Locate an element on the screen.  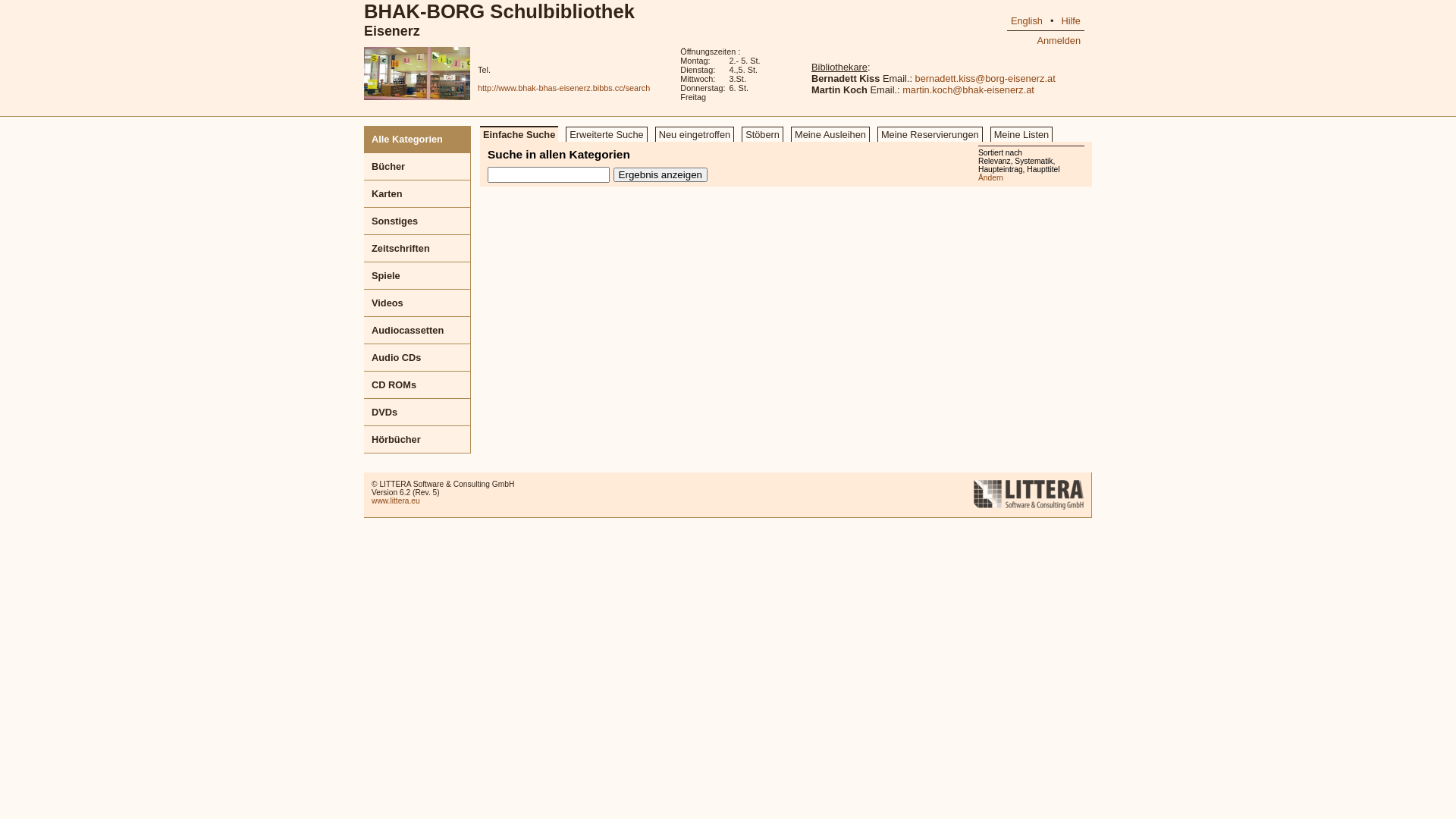
'www.littera.eu' is located at coordinates (396, 500).